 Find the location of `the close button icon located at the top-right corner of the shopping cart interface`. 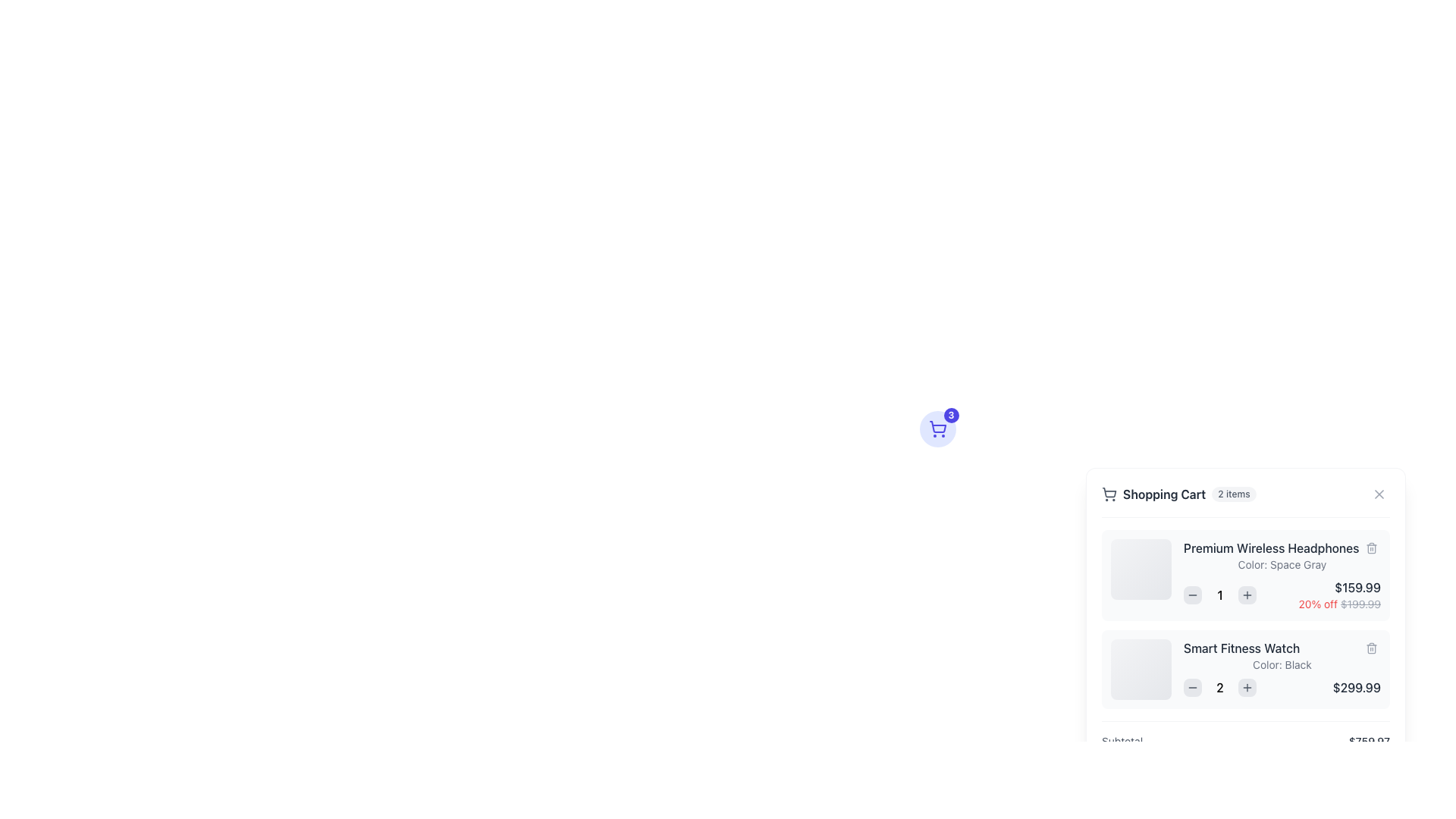

the close button icon located at the top-right corner of the shopping cart interface is located at coordinates (1379, 494).